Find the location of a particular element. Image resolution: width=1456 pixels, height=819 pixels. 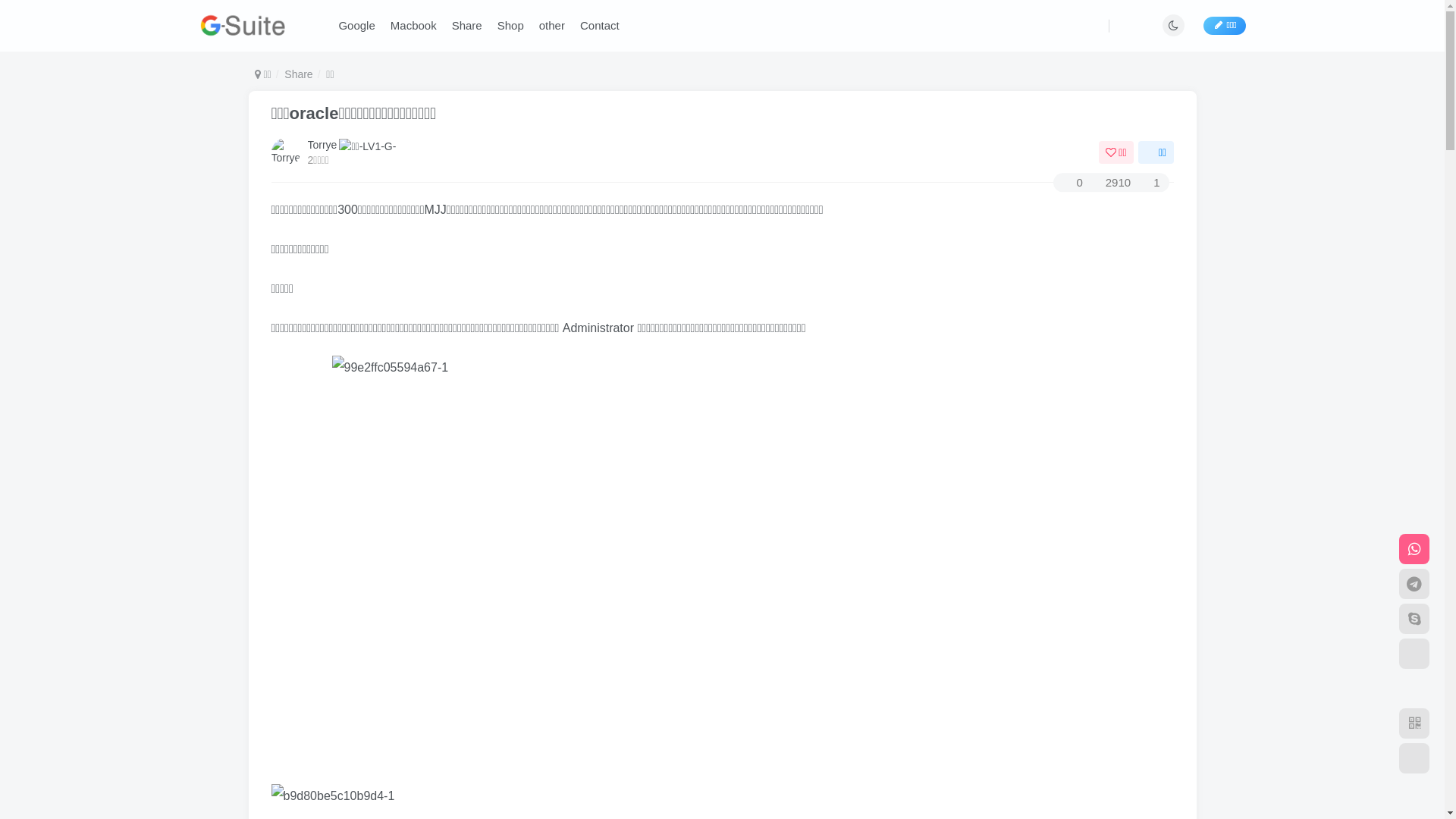

'0' is located at coordinates (1062, 181).